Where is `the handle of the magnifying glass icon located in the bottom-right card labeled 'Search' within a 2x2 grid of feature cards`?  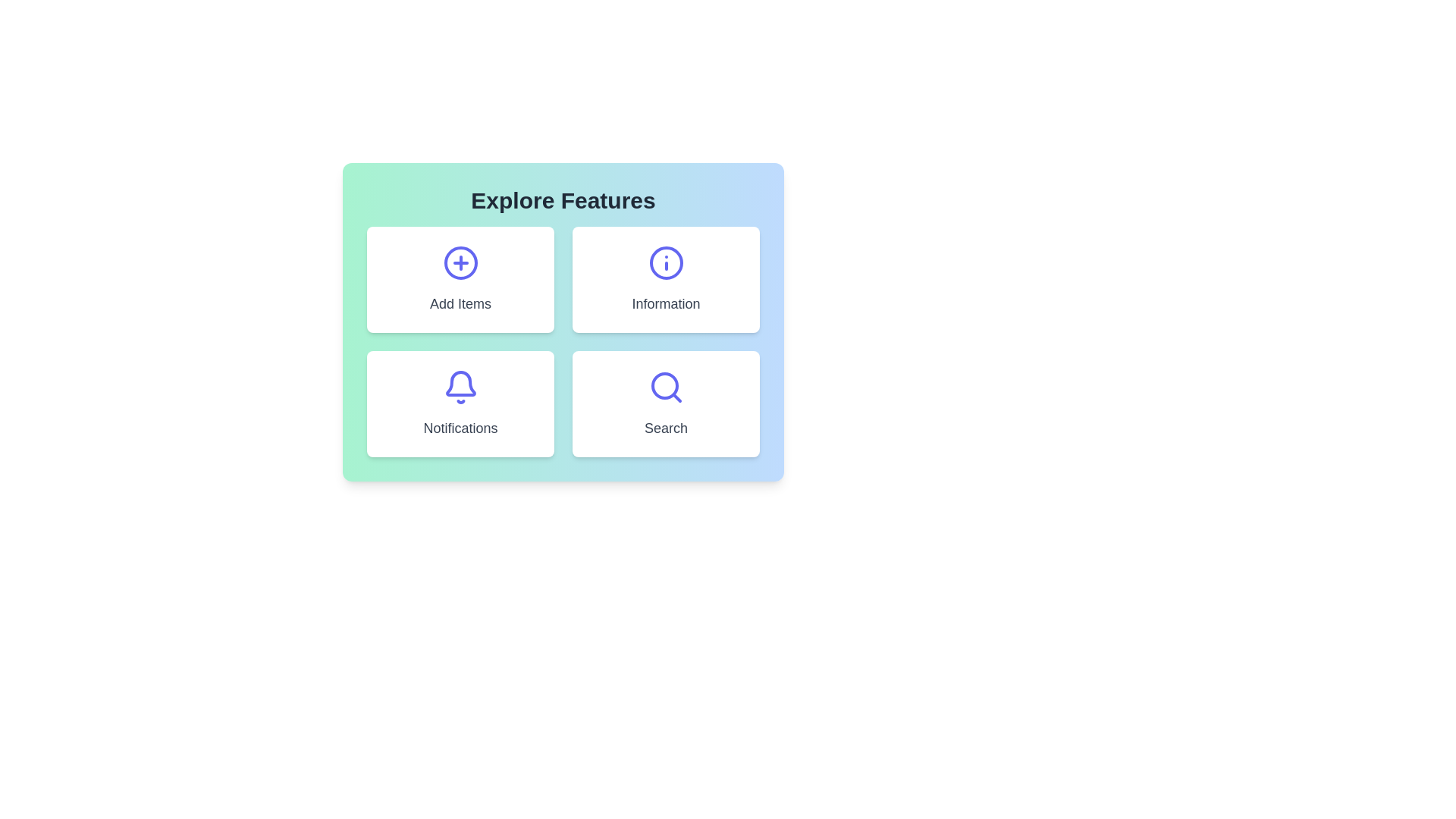 the handle of the magnifying glass icon located in the bottom-right card labeled 'Search' within a 2x2 grid of feature cards is located at coordinates (676, 397).